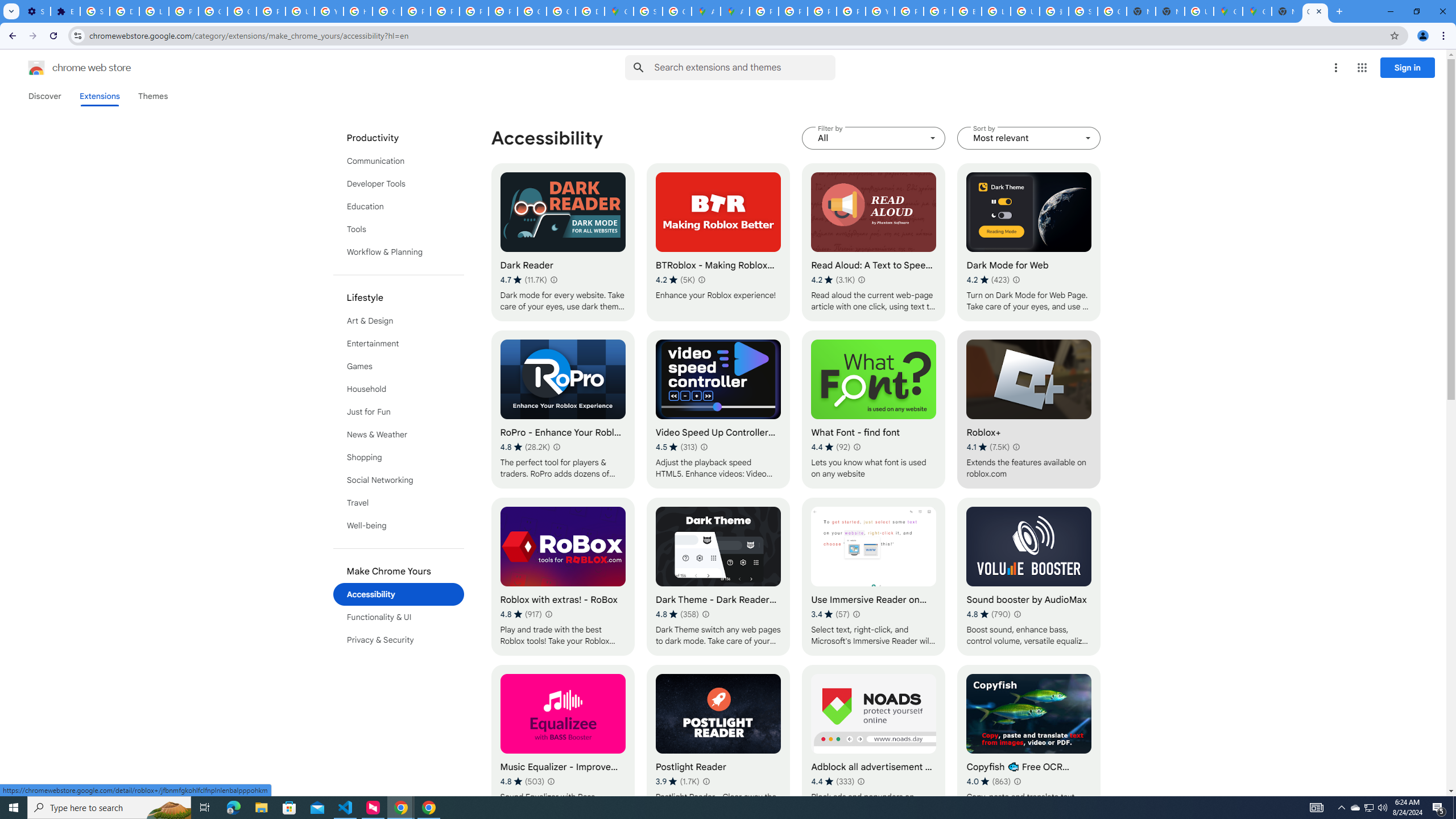 Image resolution: width=1456 pixels, height=819 pixels. Describe the element at coordinates (399, 388) in the screenshot. I see `'List of categories in Chrome Web Store.'` at that location.